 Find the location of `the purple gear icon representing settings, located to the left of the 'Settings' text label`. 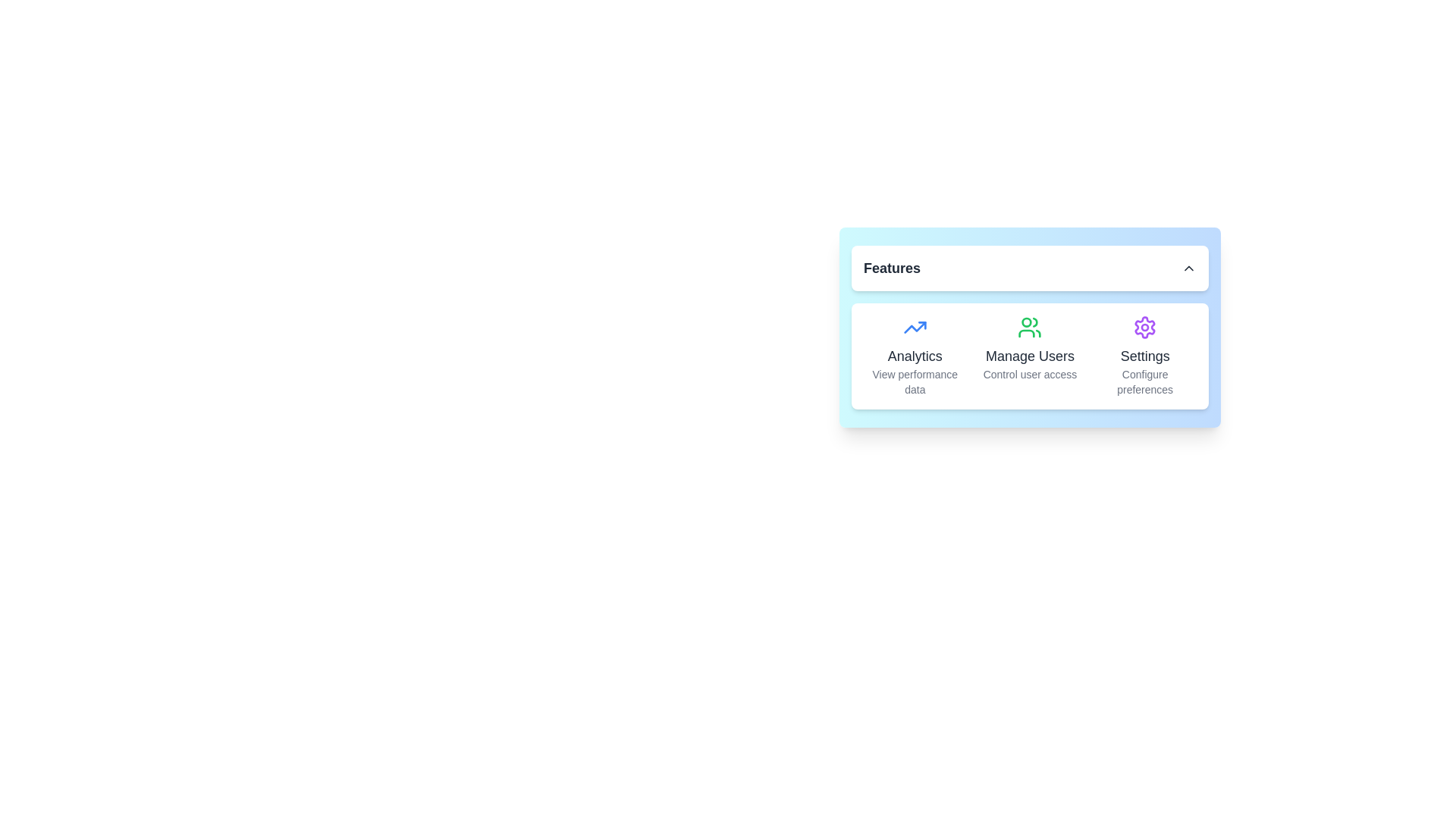

the purple gear icon representing settings, located to the left of the 'Settings' text label is located at coordinates (1145, 327).